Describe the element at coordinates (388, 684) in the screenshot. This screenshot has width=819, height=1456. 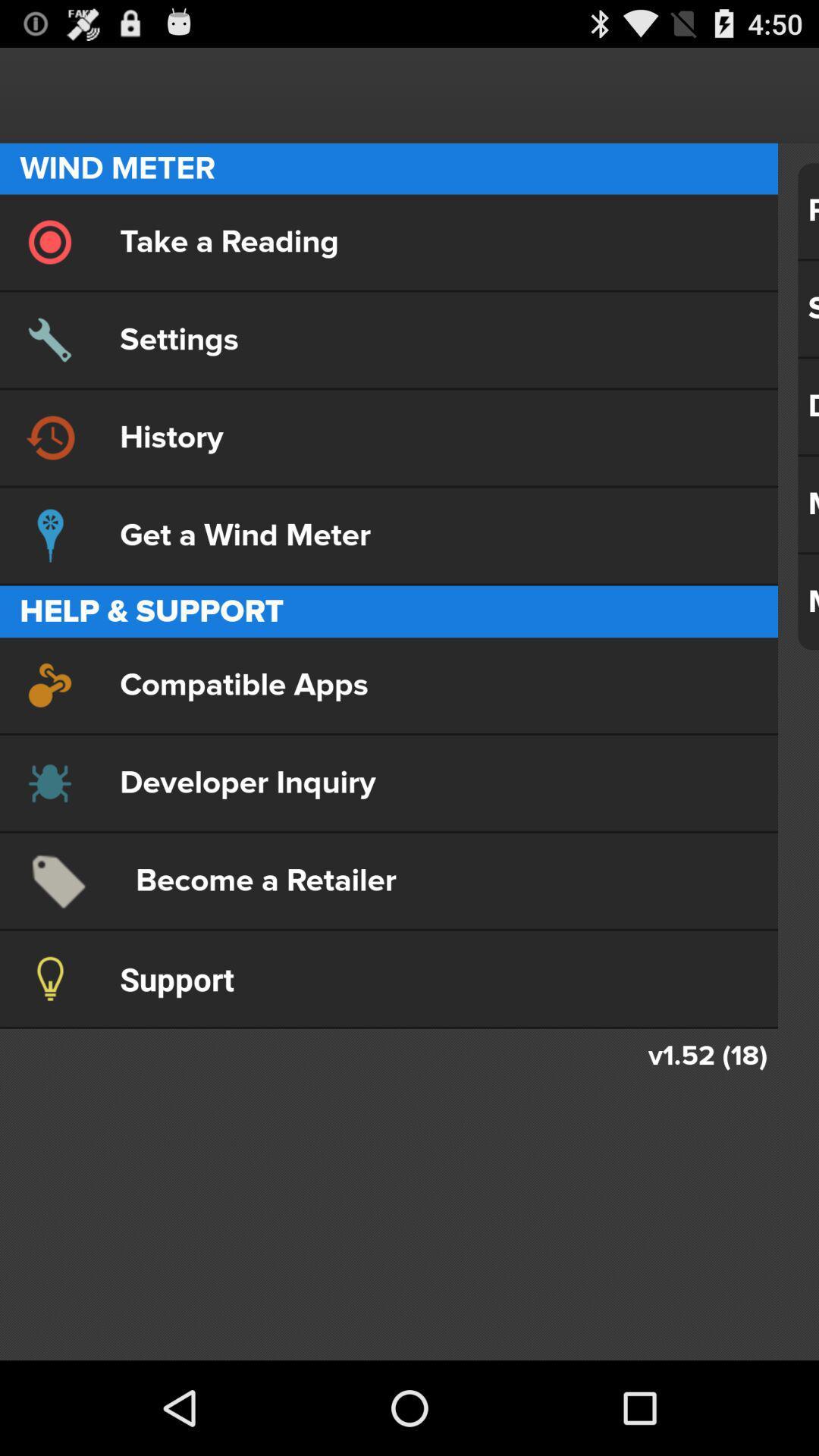
I see `the icon next to maximum sample period item` at that location.